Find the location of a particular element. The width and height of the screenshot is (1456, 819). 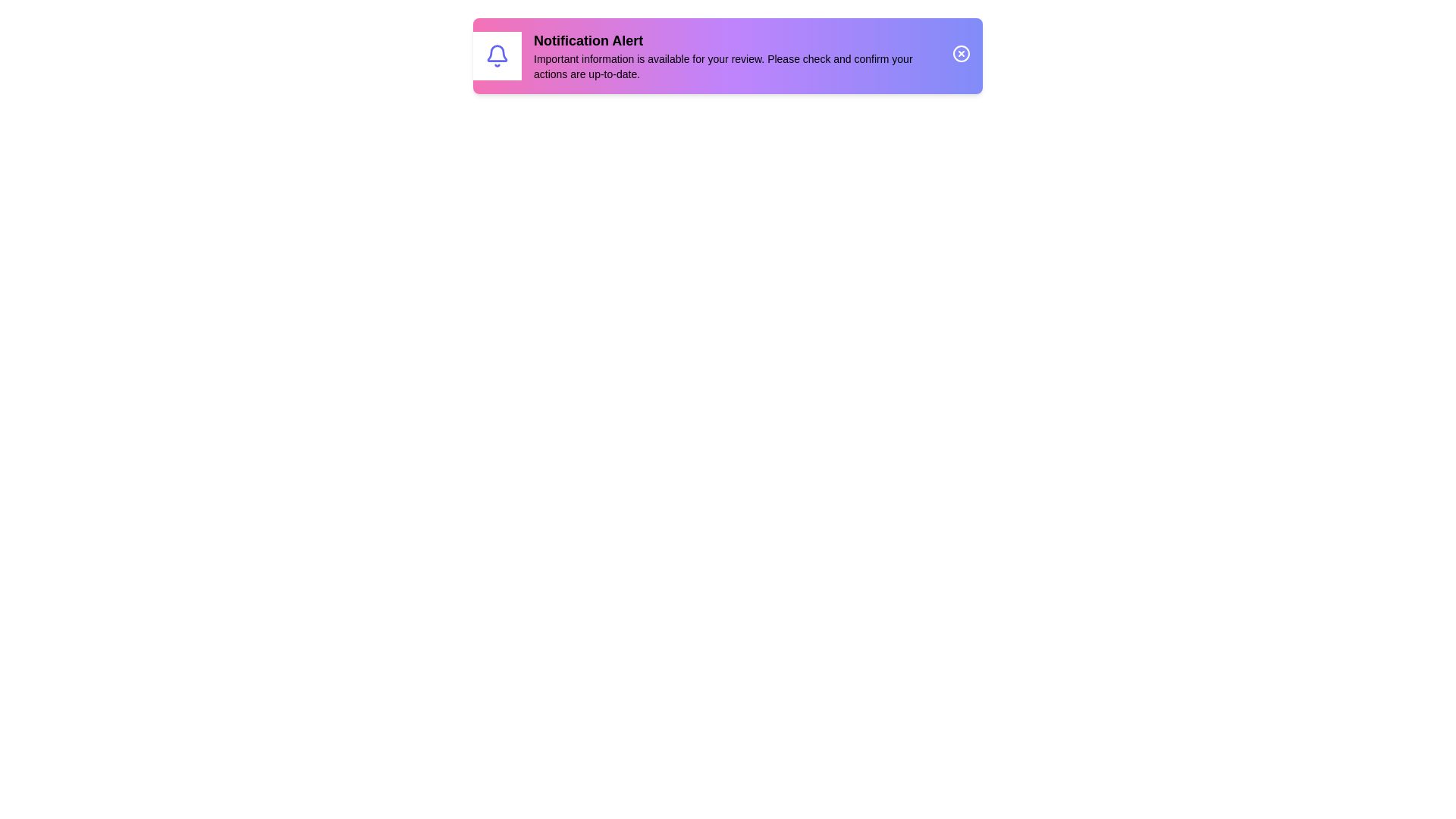

the notification area to observe hover effects is located at coordinates (728, 55).